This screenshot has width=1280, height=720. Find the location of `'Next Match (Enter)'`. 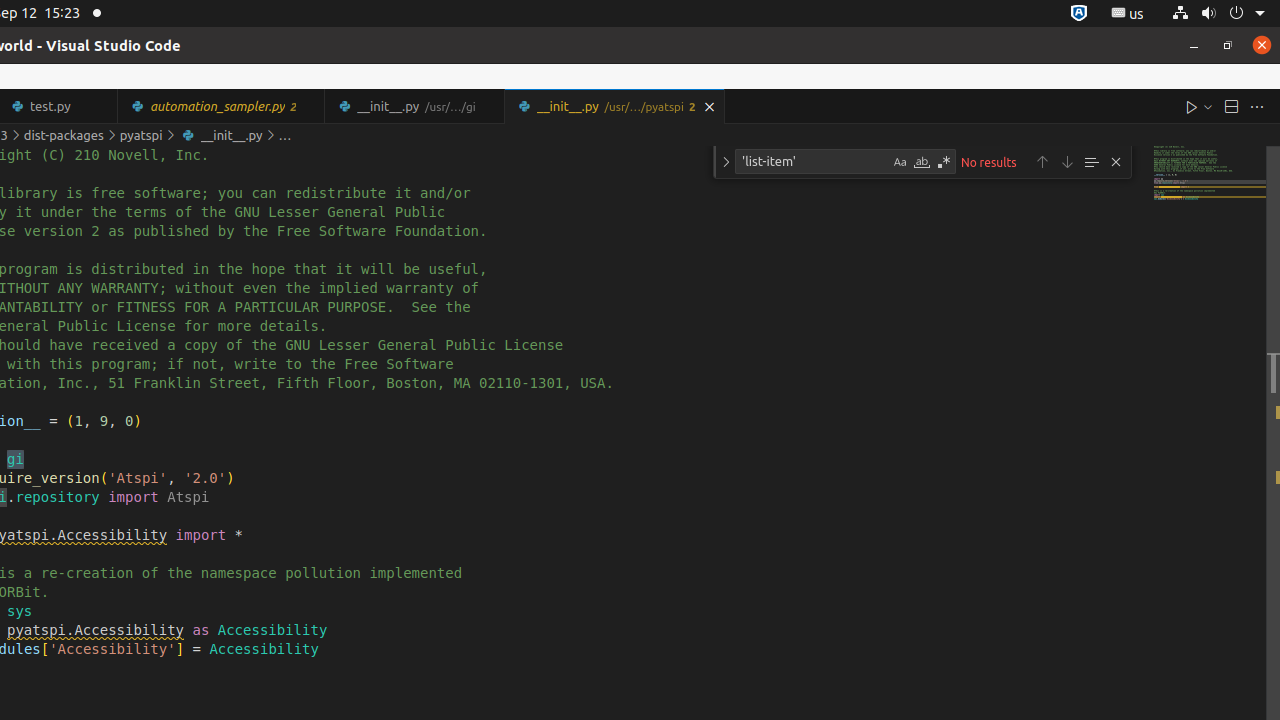

'Next Match (Enter)' is located at coordinates (1066, 160).